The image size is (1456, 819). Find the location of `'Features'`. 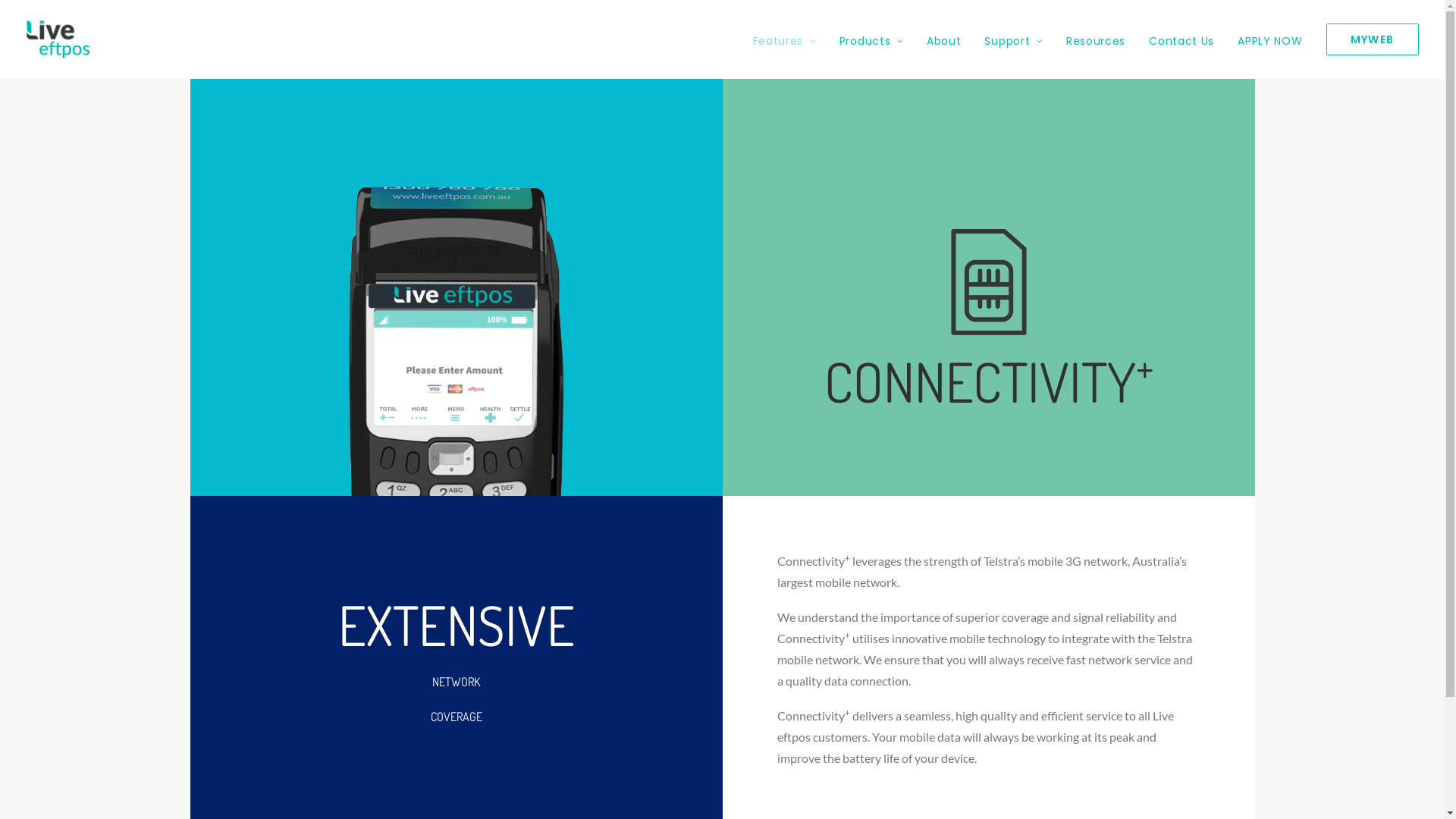

'Features' is located at coordinates (753, 38).